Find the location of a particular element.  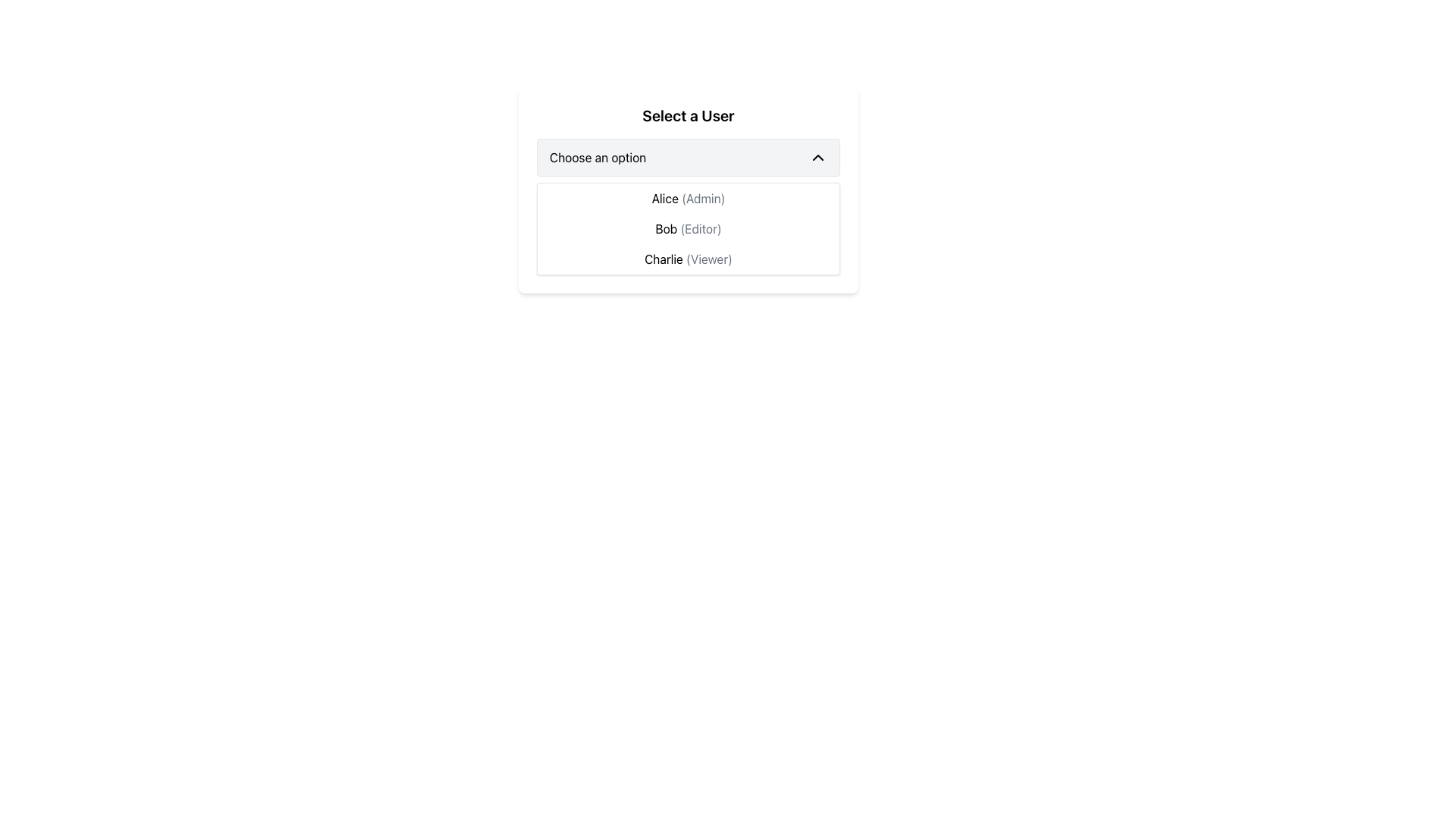

text content of the dropdown menu label that displays 'Choose an option' in black font on a light gray background is located at coordinates (597, 158).